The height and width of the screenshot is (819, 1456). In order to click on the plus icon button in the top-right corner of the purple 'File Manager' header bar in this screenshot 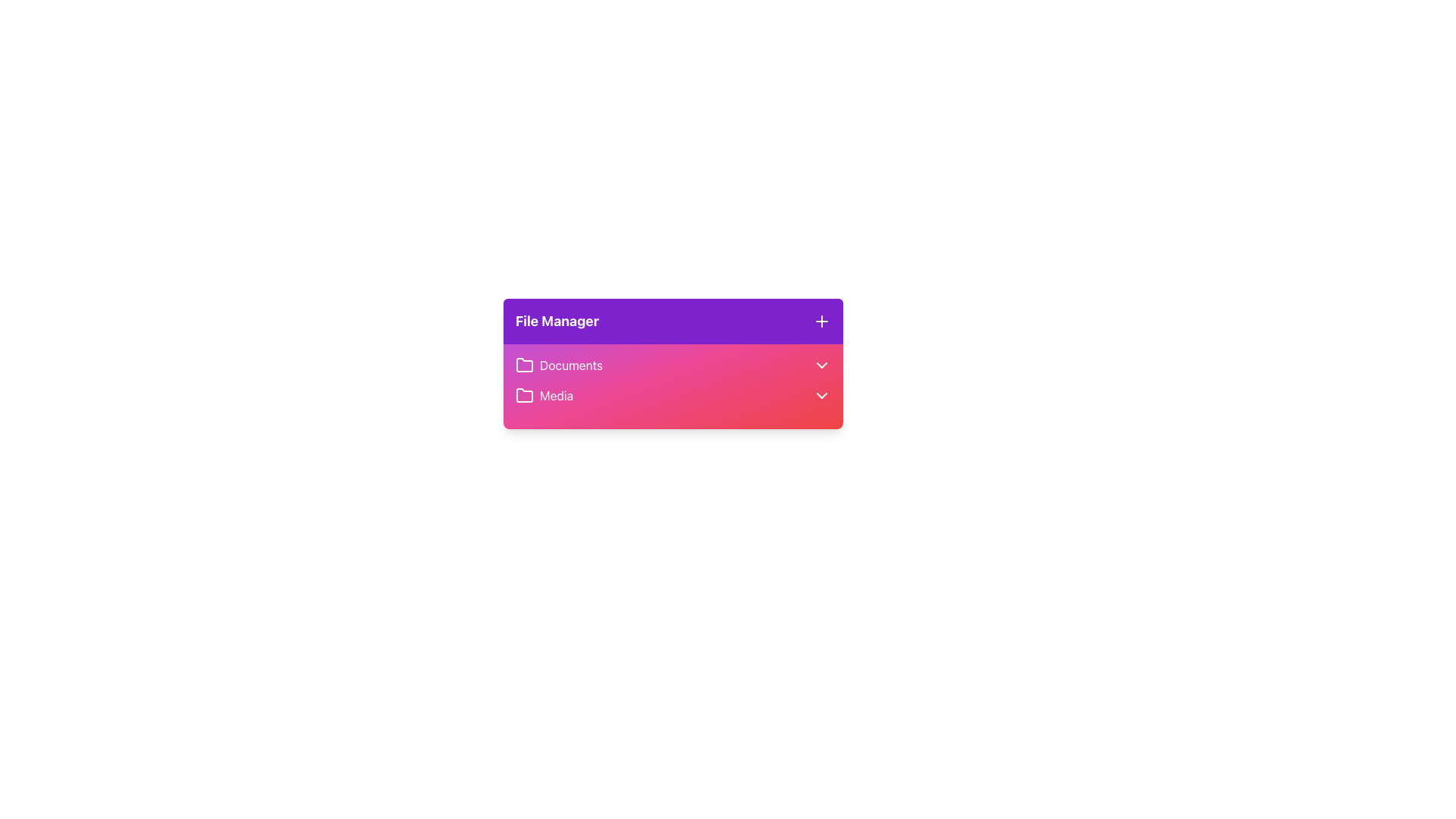, I will do `click(821, 321)`.